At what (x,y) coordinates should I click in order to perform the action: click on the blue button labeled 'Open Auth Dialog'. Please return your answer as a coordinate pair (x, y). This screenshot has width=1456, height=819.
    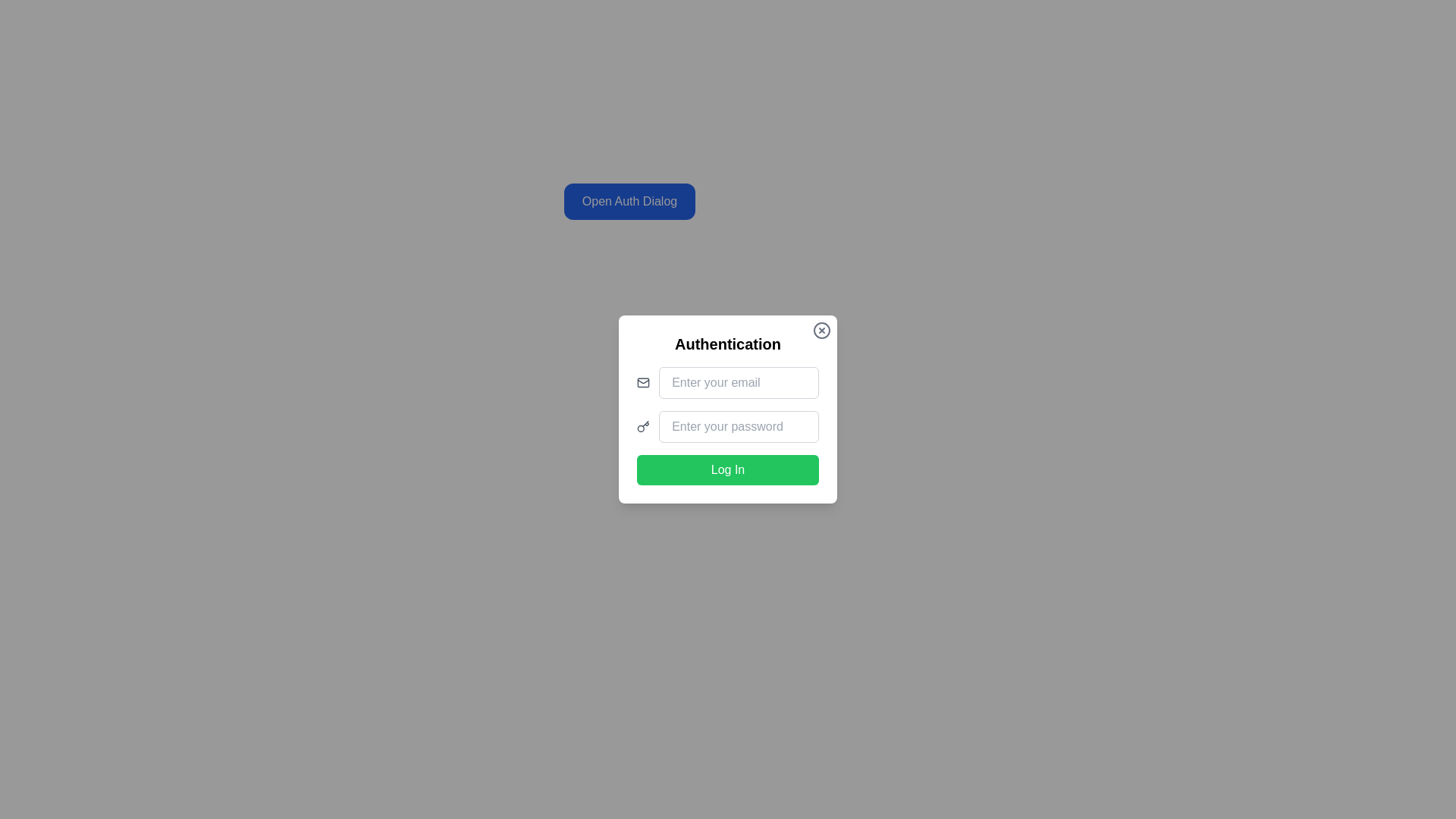
    Looking at the image, I should click on (629, 201).